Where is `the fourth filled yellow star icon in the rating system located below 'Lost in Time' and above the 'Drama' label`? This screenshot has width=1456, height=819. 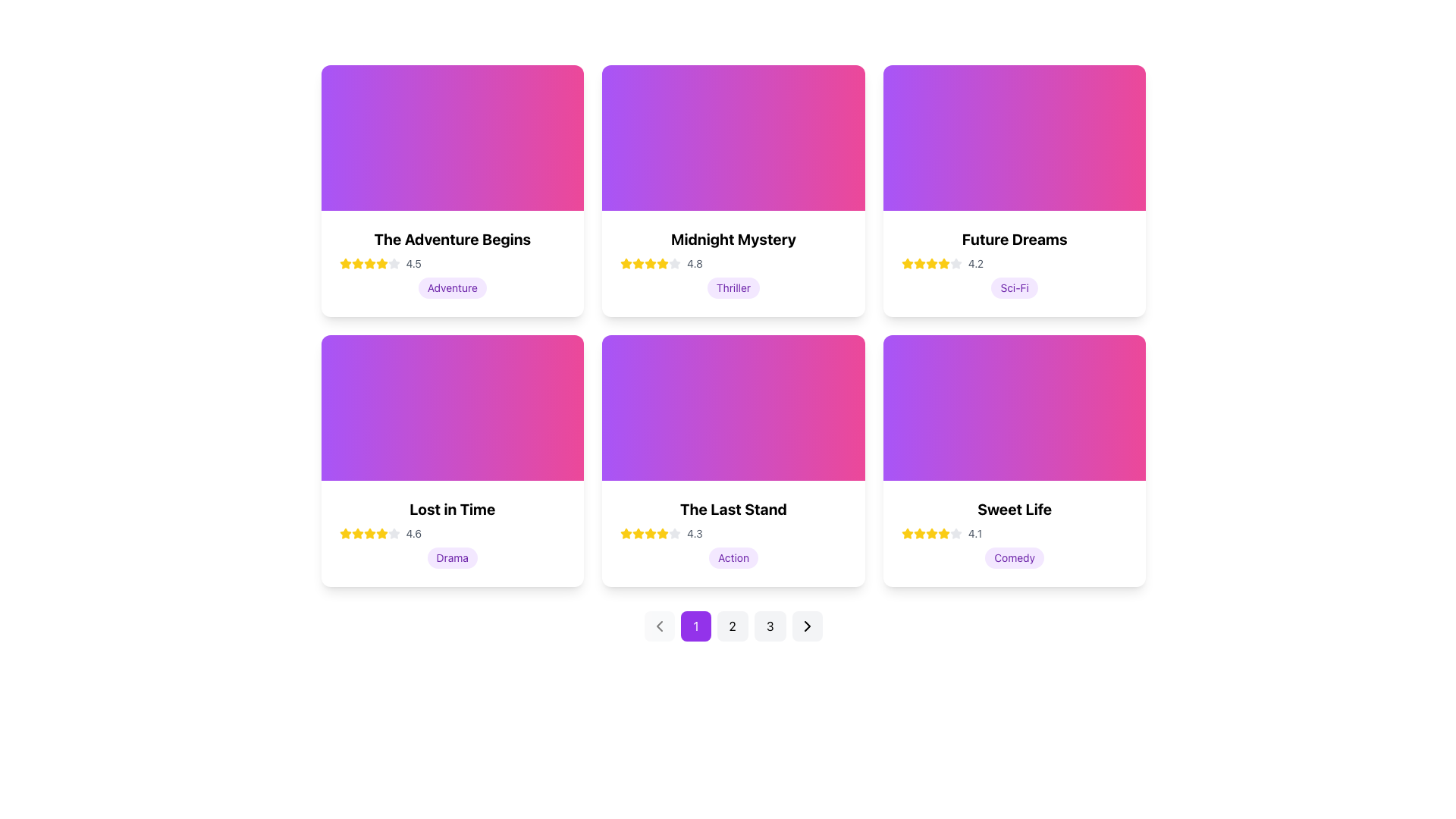
the fourth filled yellow star icon in the rating system located below 'Lost in Time' and above the 'Drama' label is located at coordinates (381, 532).